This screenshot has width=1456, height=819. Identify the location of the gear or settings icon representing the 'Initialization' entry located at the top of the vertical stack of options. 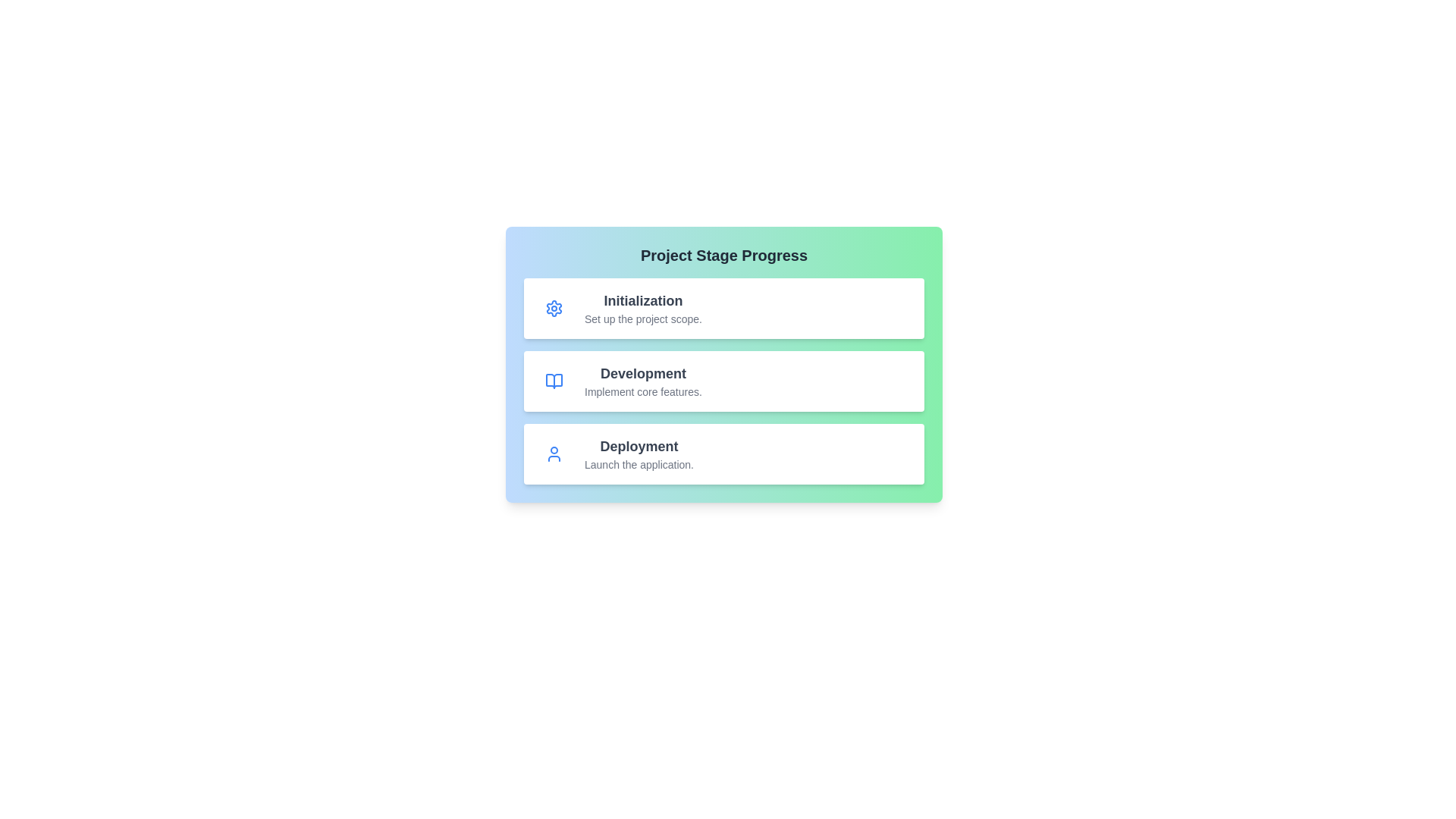
(553, 308).